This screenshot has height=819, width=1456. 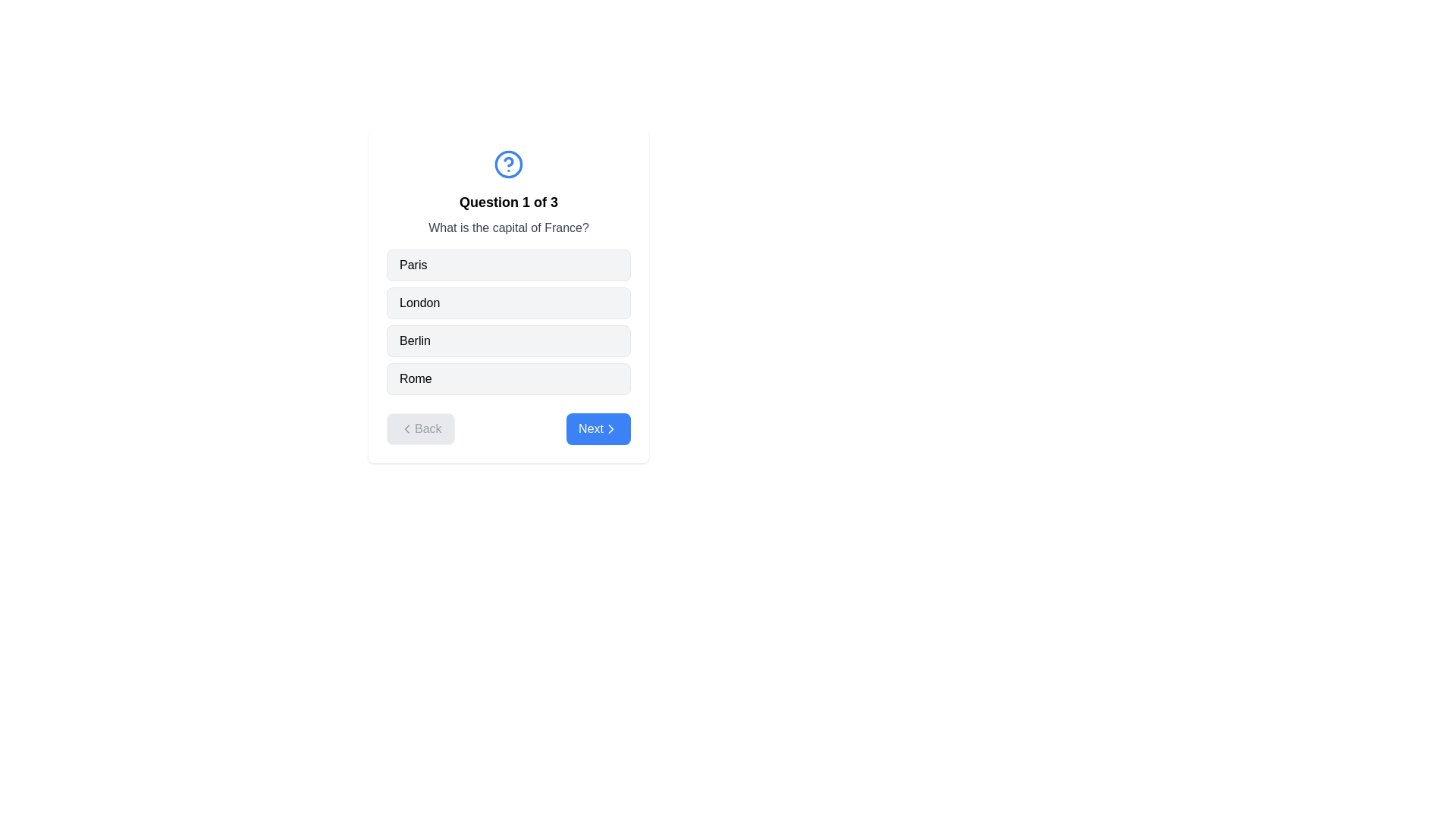 I want to click on the center-aligned text within the third rectangular button below the quiz question, so click(x=415, y=341).